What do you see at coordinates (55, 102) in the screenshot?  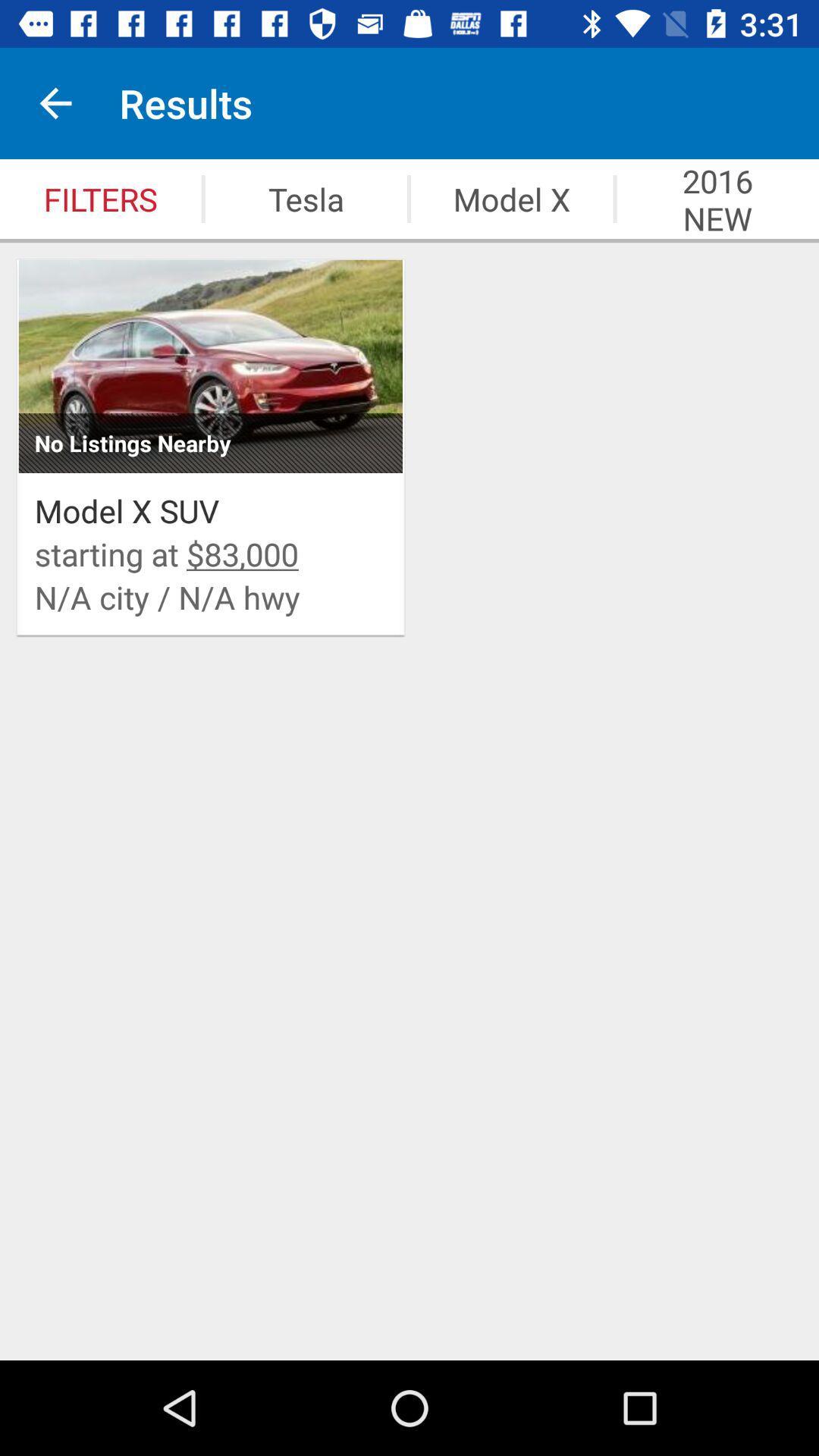 I see `the icon above the filters item` at bounding box center [55, 102].